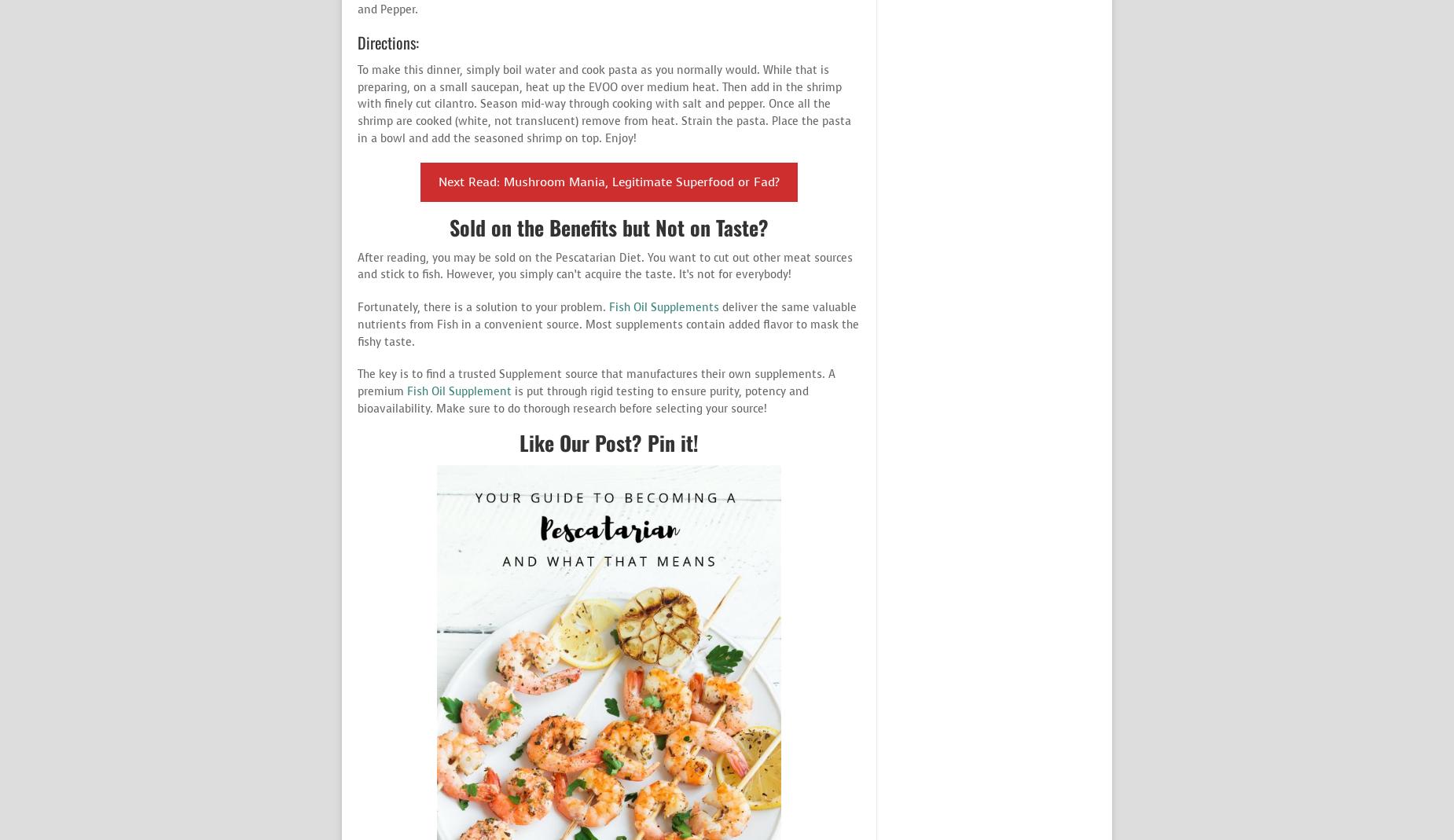 The image size is (1454, 840). What do you see at coordinates (387, 41) in the screenshot?
I see `'Directions:'` at bounding box center [387, 41].